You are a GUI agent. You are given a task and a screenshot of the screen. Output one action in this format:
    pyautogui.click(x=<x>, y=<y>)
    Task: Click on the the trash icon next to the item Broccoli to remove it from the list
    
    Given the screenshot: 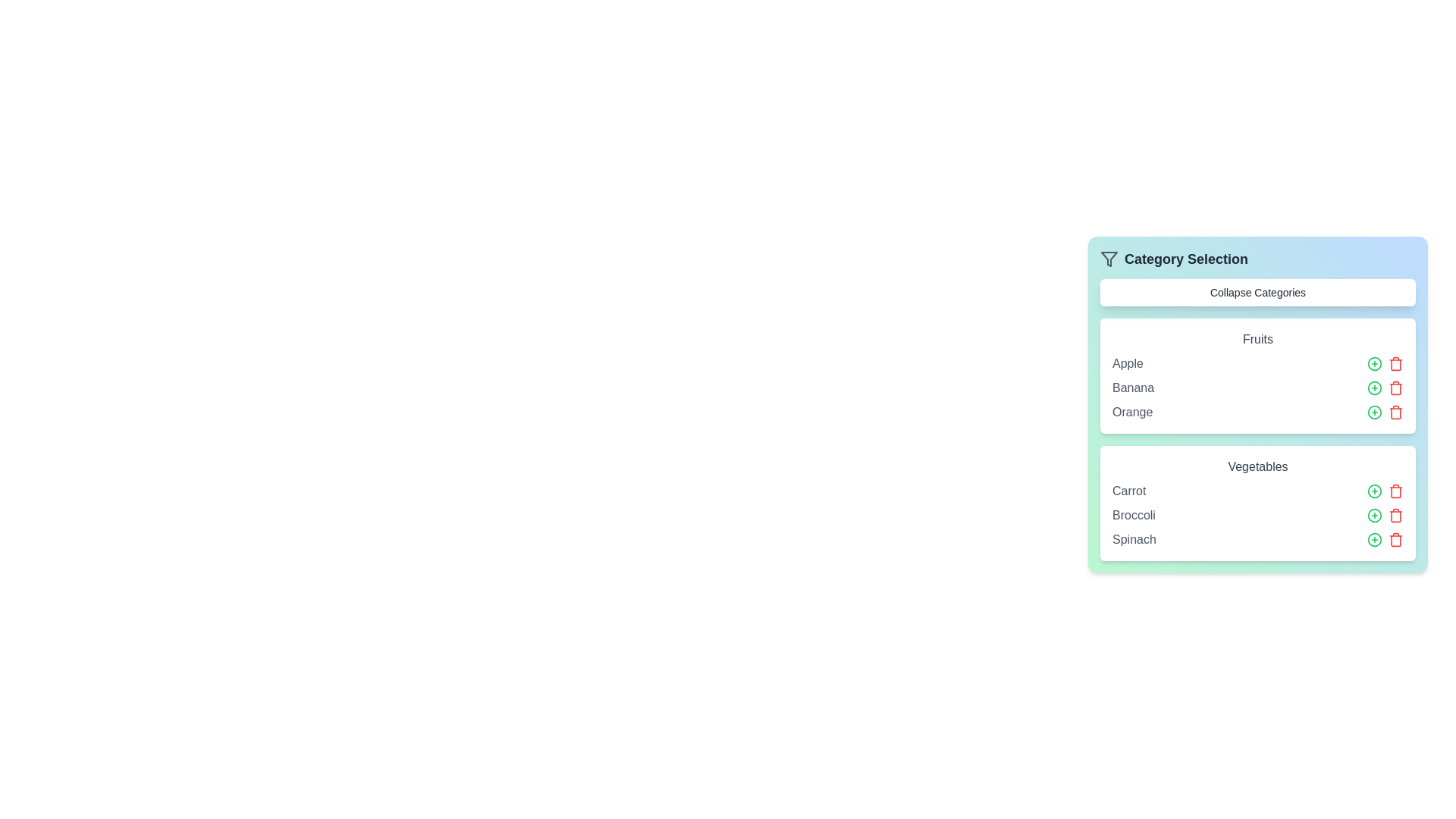 What is the action you would take?
    pyautogui.click(x=1395, y=514)
    